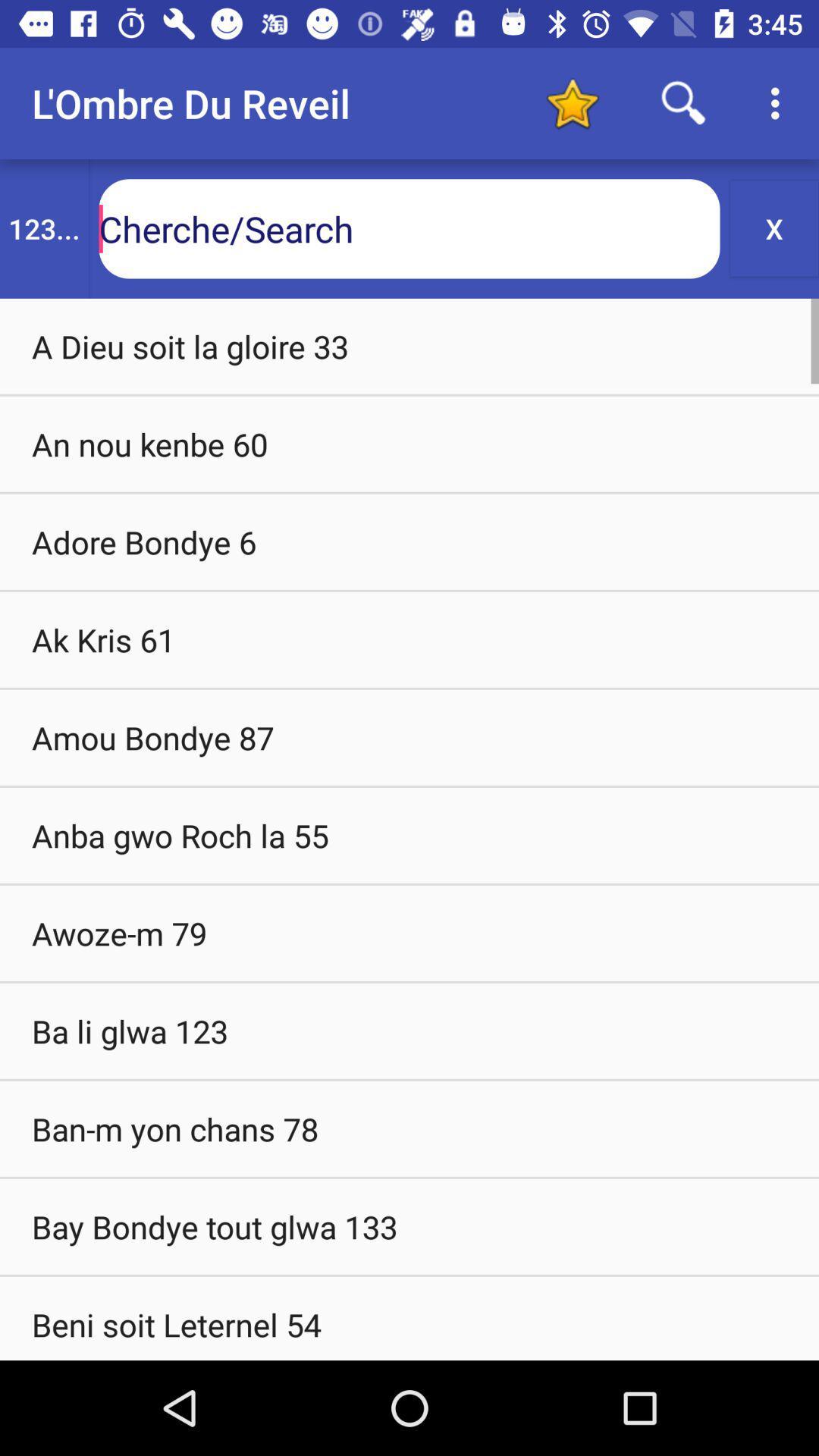 This screenshot has width=819, height=1456. Describe the element at coordinates (409, 737) in the screenshot. I see `item below the ak kris 61 item` at that location.